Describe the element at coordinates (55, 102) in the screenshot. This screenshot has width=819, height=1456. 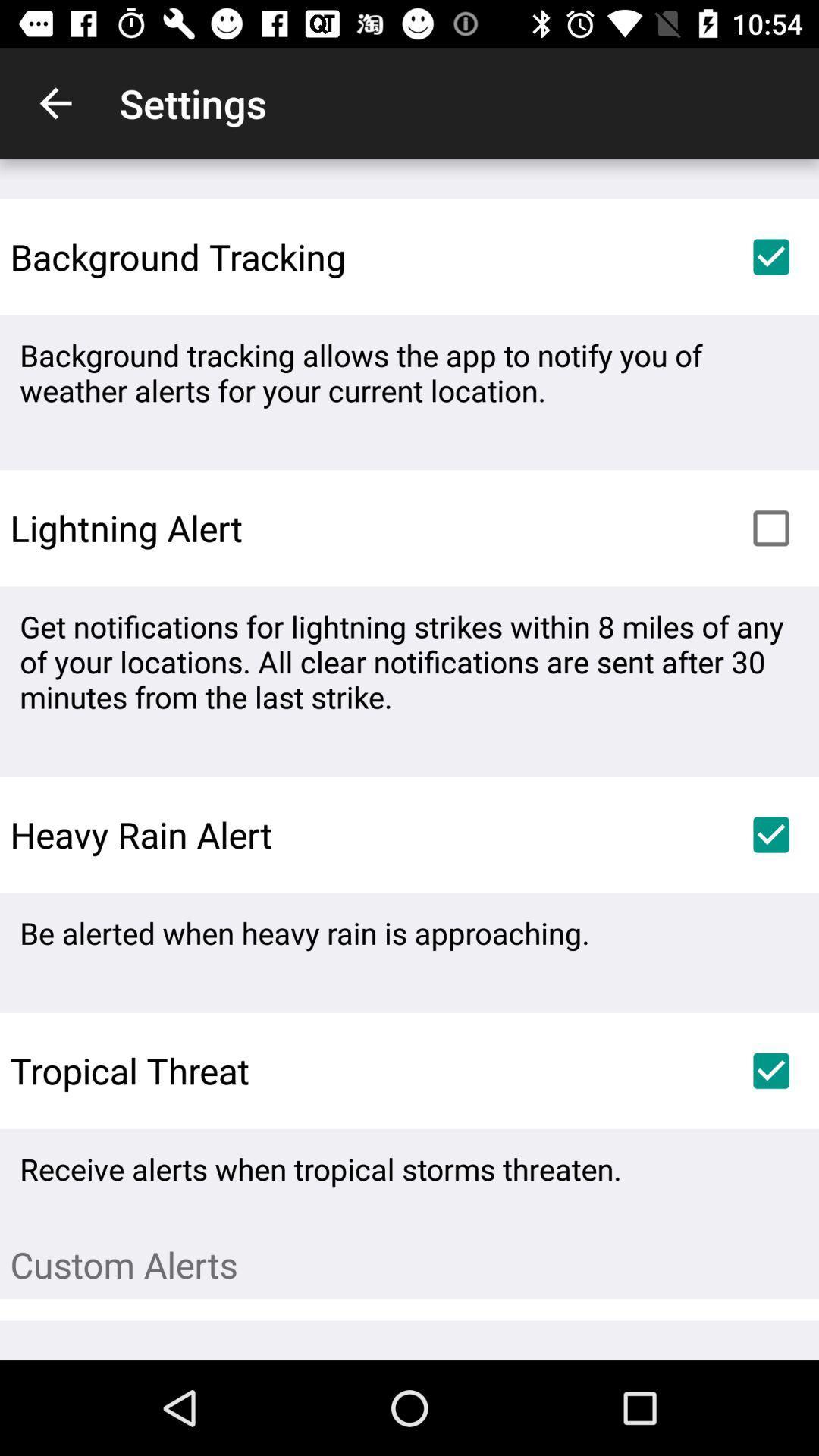
I see `icon next to settings item` at that location.